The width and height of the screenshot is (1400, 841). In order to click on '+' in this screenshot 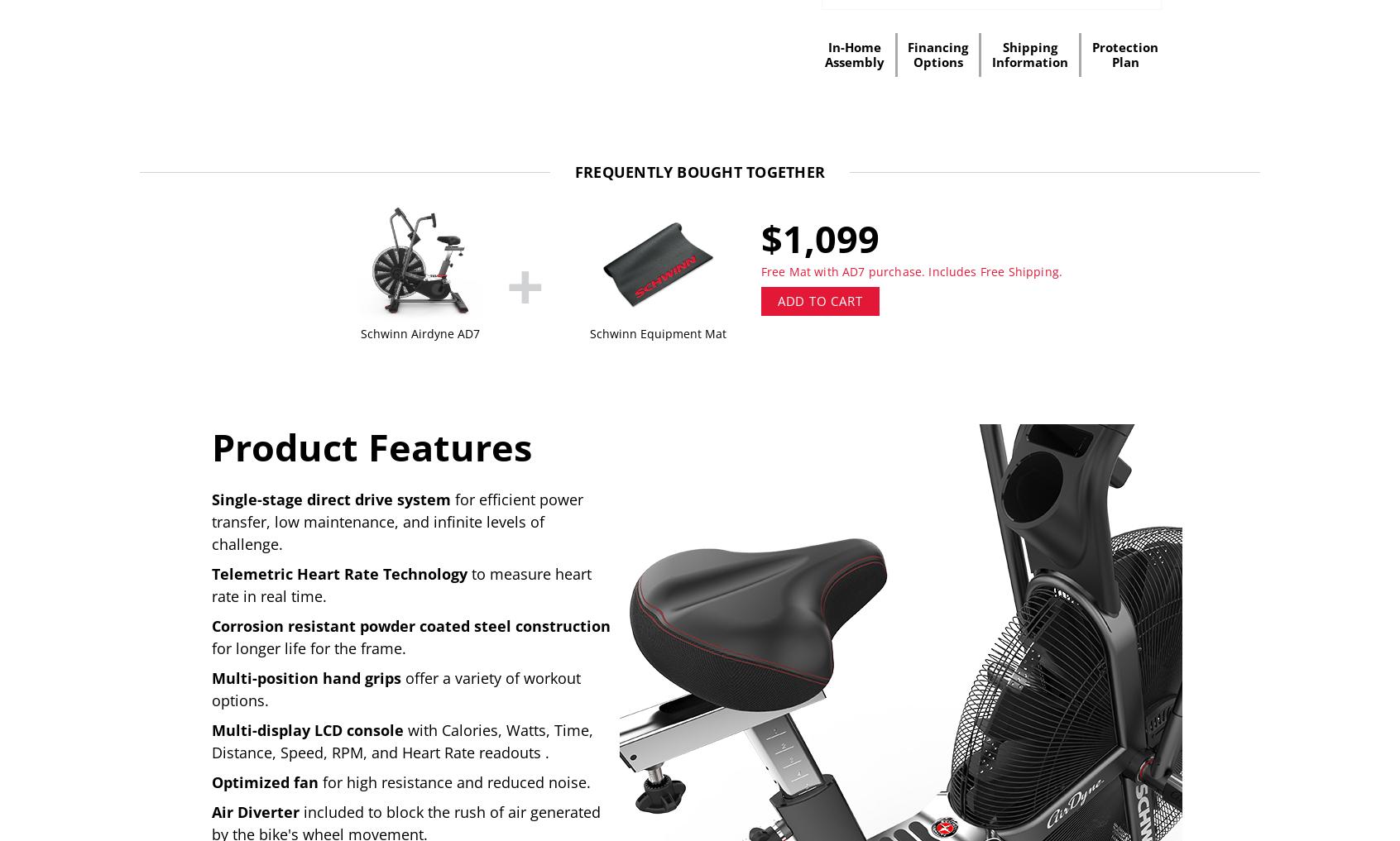, I will do `click(523, 283)`.